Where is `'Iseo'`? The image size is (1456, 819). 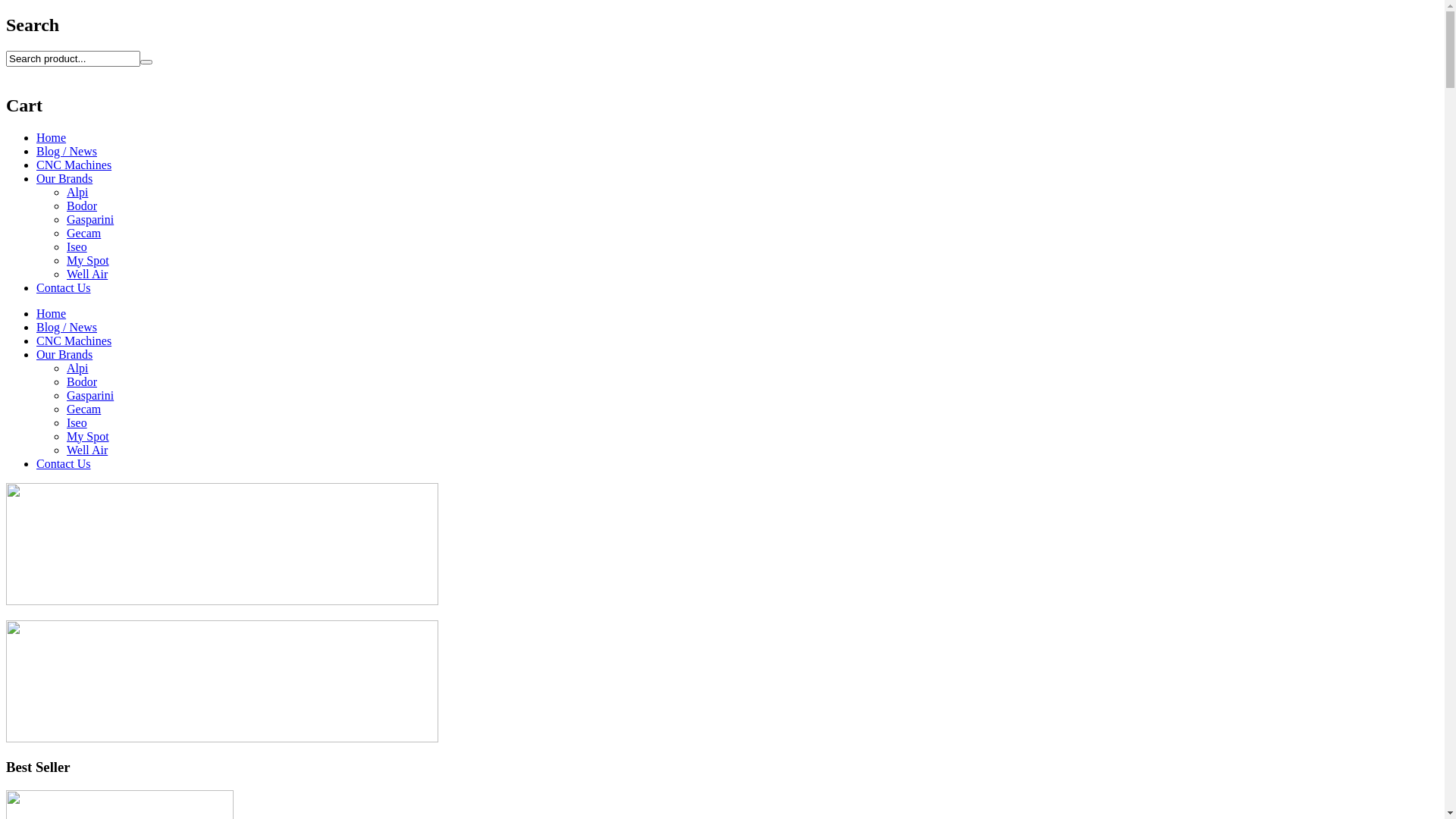
'Iseo' is located at coordinates (76, 246).